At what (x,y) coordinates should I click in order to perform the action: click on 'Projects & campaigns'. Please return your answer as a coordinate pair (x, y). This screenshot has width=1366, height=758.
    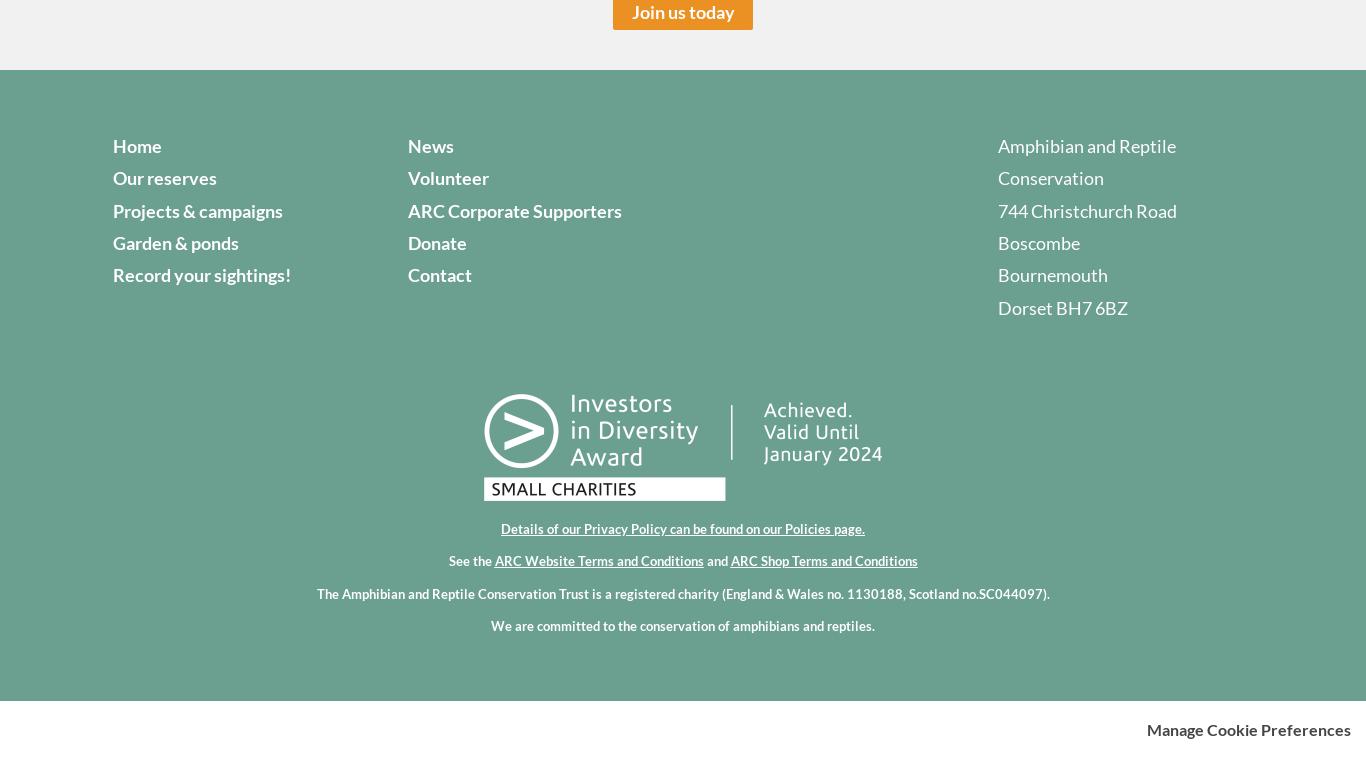
    Looking at the image, I should click on (196, 209).